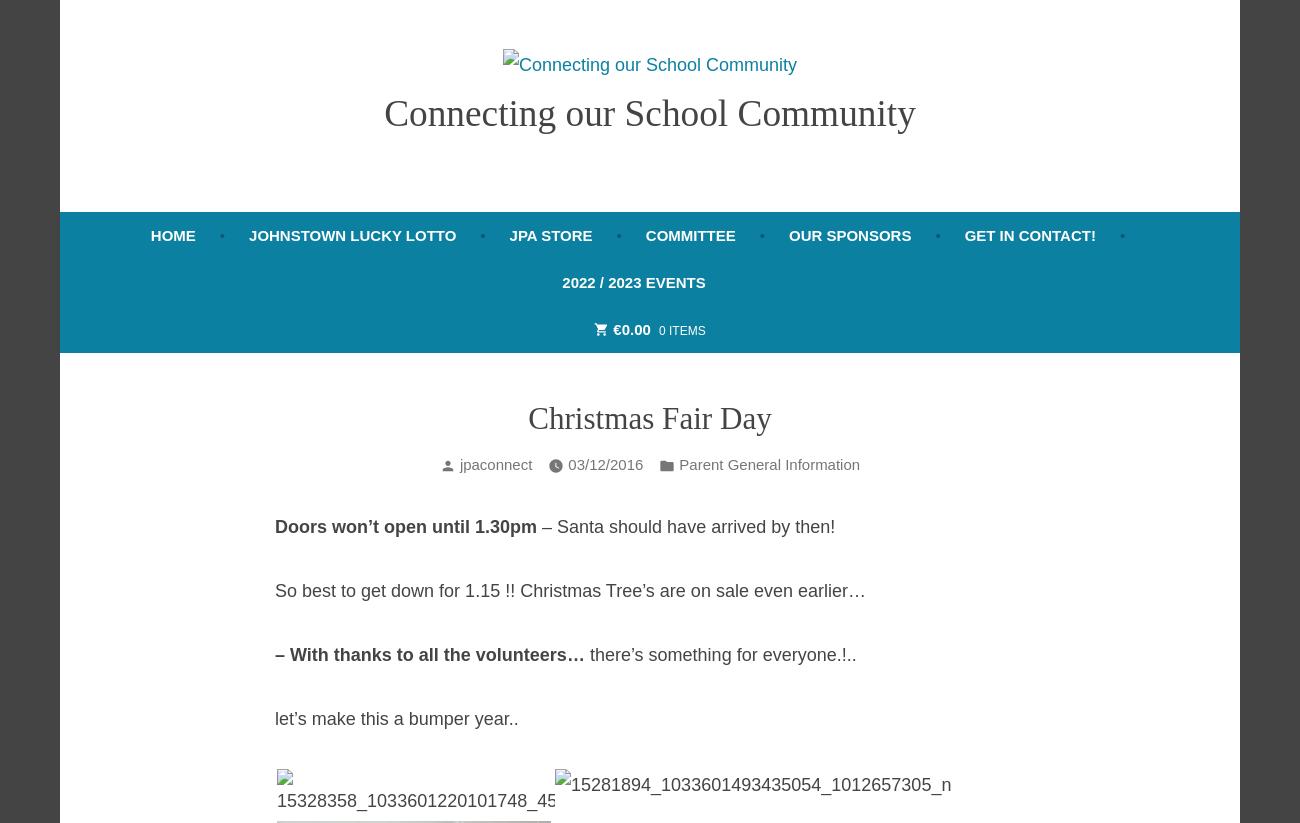 This screenshot has height=823, width=1300. I want to click on 'Parent General Information', so click(768, 463).